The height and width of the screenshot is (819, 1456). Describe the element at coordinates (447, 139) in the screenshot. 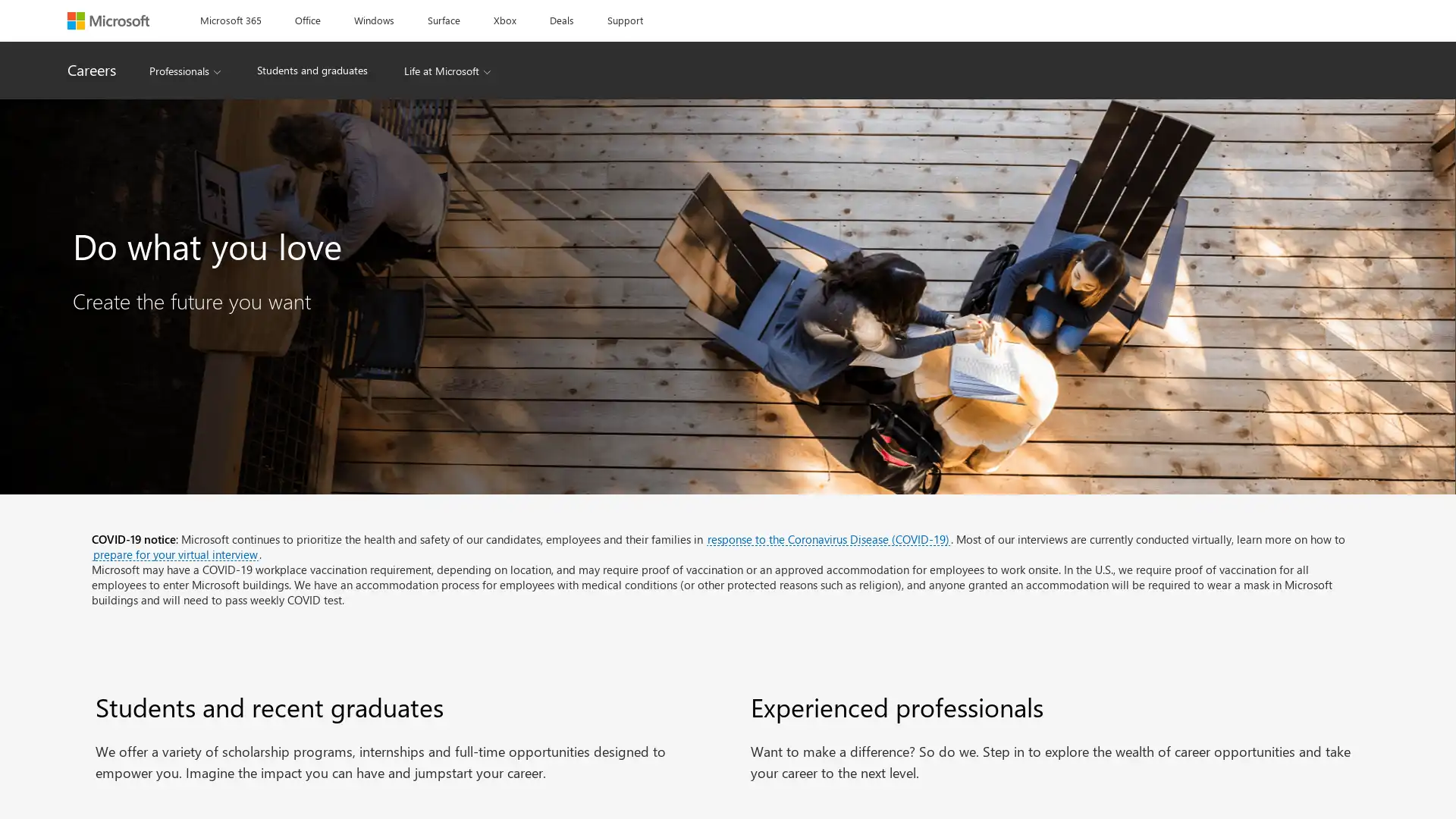

I see `Life at Microsoft` at that location.